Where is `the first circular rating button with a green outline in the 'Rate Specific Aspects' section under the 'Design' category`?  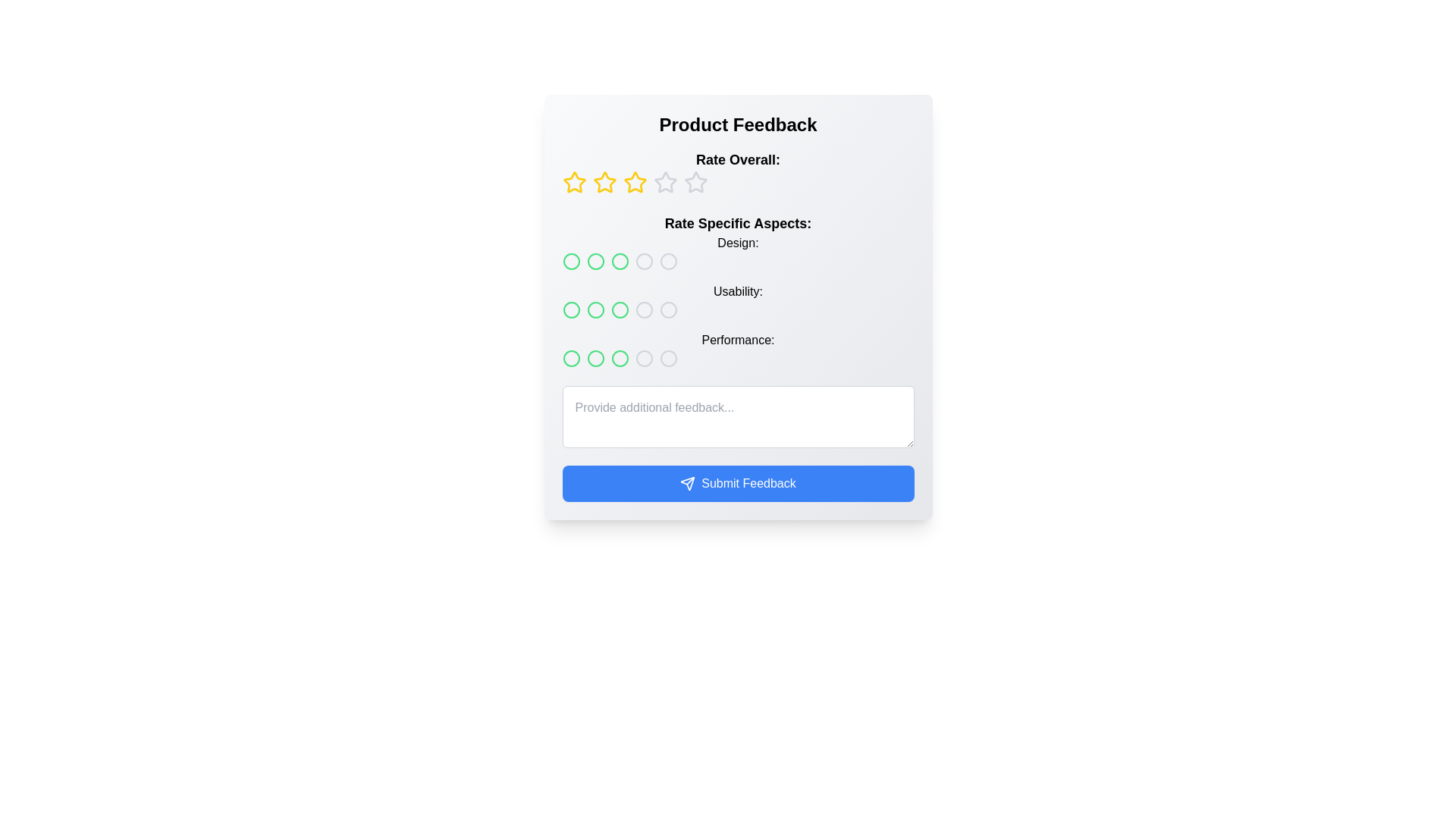 the first circular rating button with a green outline in the 'Rate Specific Aspects' section under the 'Design' category is located at coordinates (570, 260).